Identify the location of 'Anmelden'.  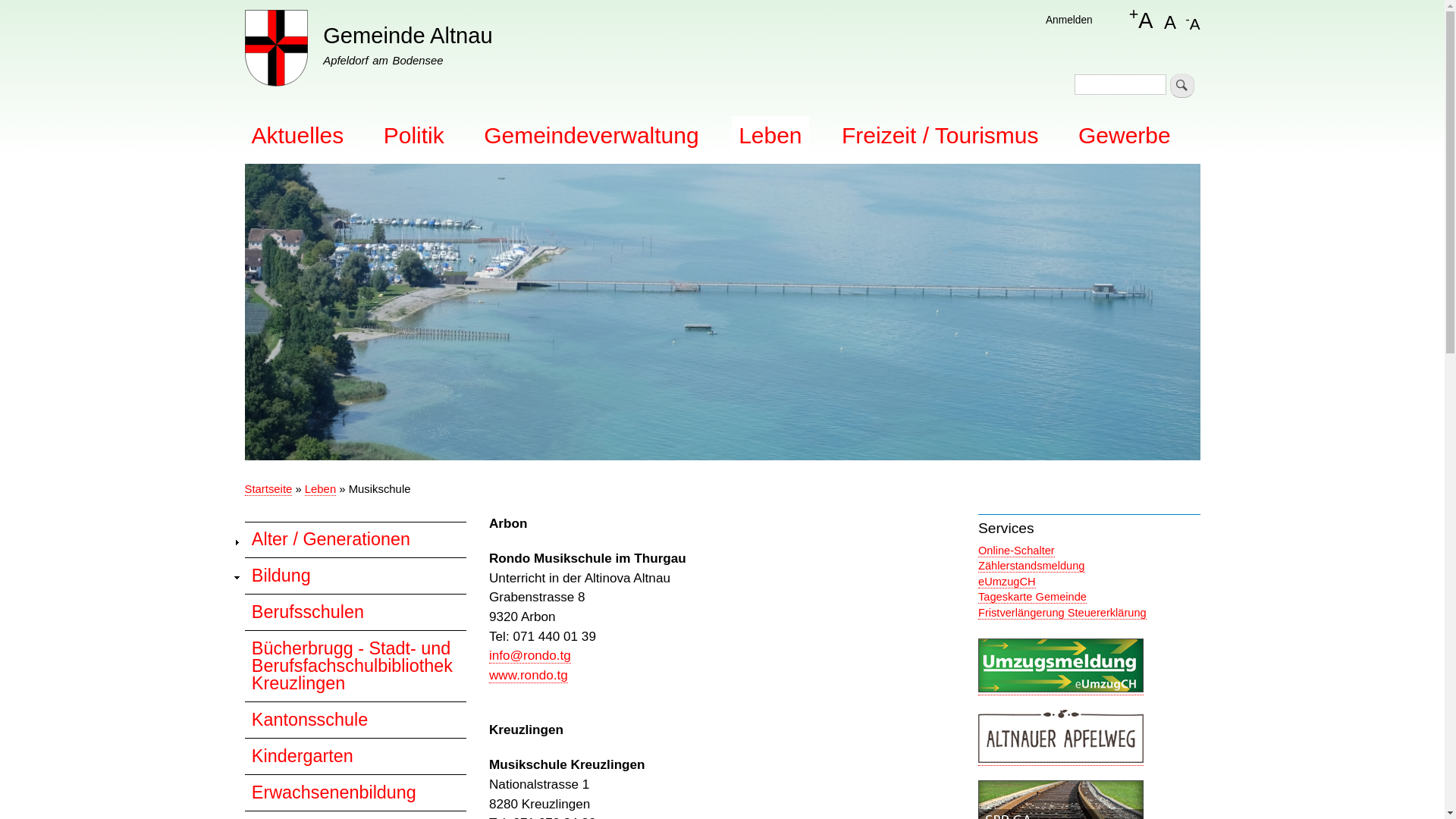
(1068, 20).